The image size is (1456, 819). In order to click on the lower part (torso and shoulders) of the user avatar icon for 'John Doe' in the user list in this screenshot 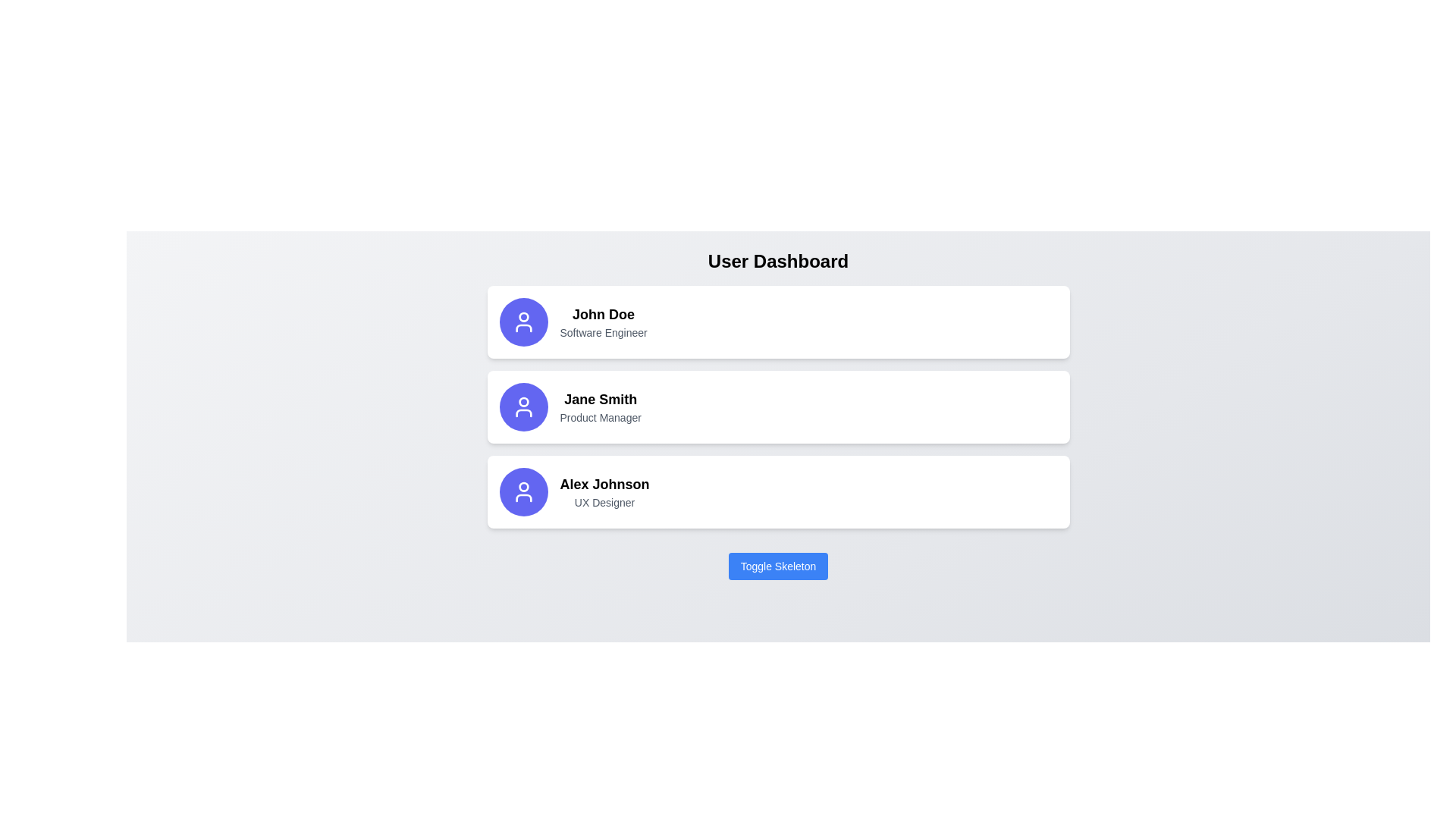, I will do `click(523, 327)`.